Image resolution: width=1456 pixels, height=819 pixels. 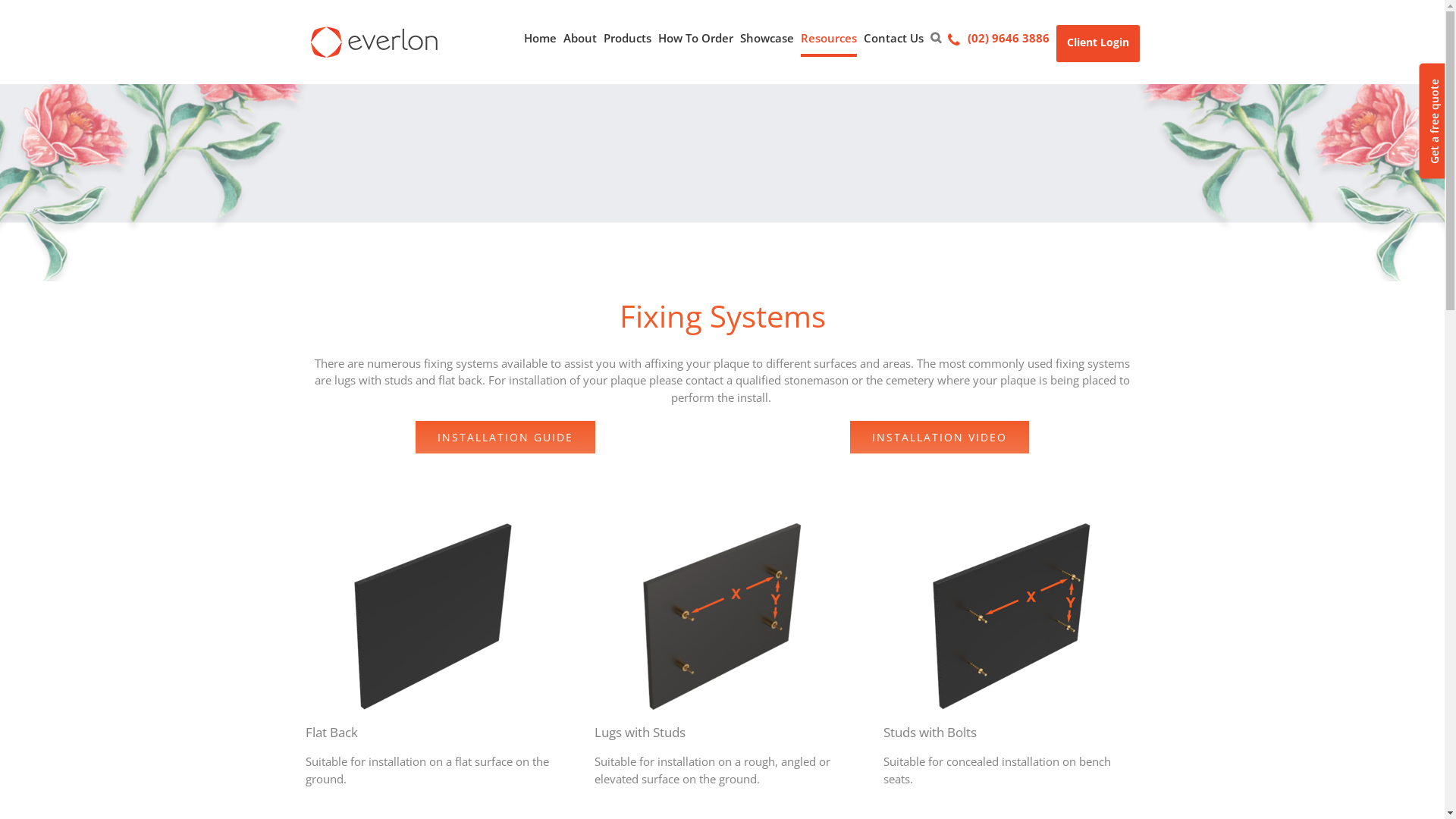 I want to click on 'Resources', so click(x=828, y=38).